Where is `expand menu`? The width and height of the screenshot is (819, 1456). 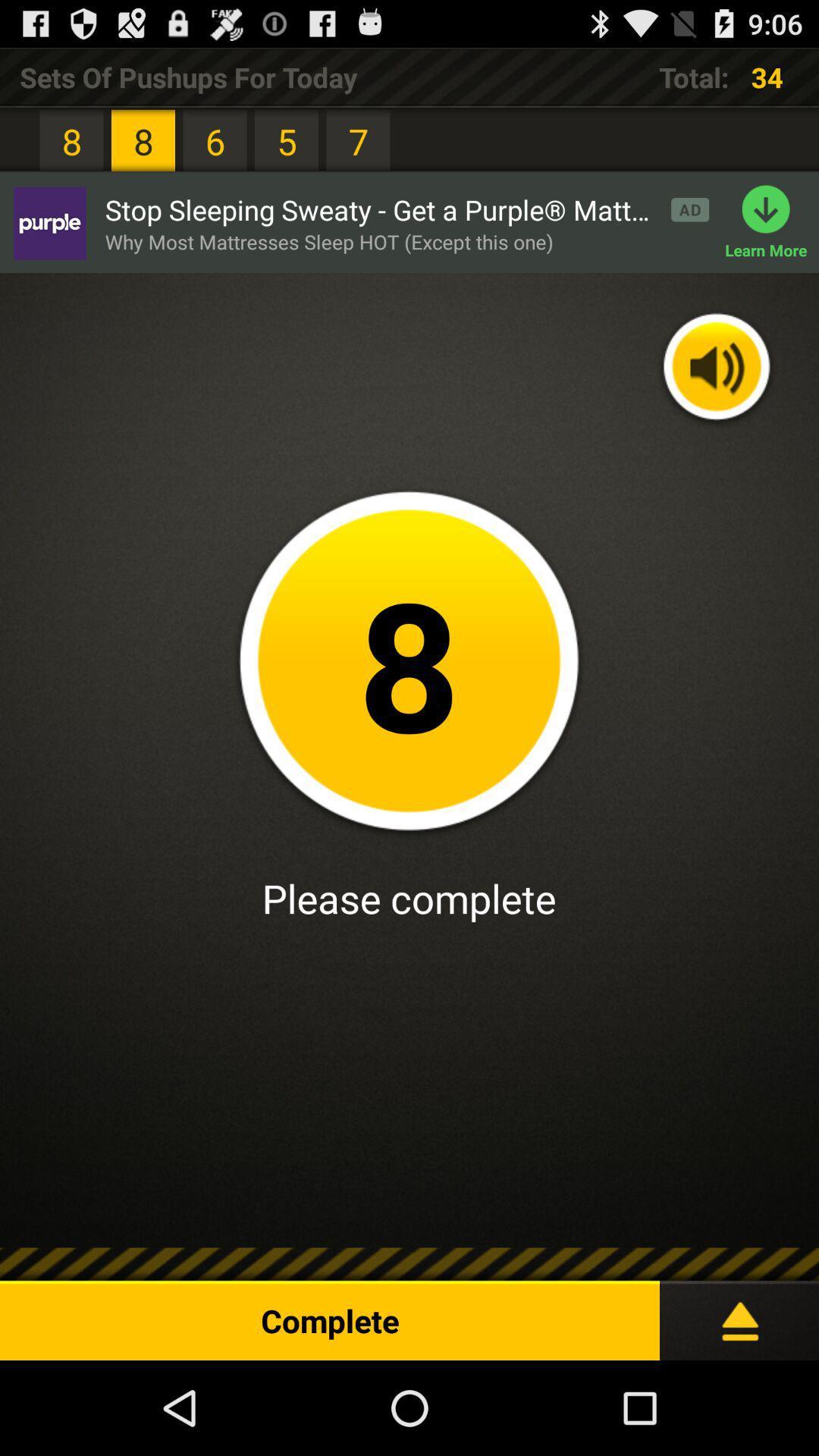
expand menu is located at coordinates (739, 1313).